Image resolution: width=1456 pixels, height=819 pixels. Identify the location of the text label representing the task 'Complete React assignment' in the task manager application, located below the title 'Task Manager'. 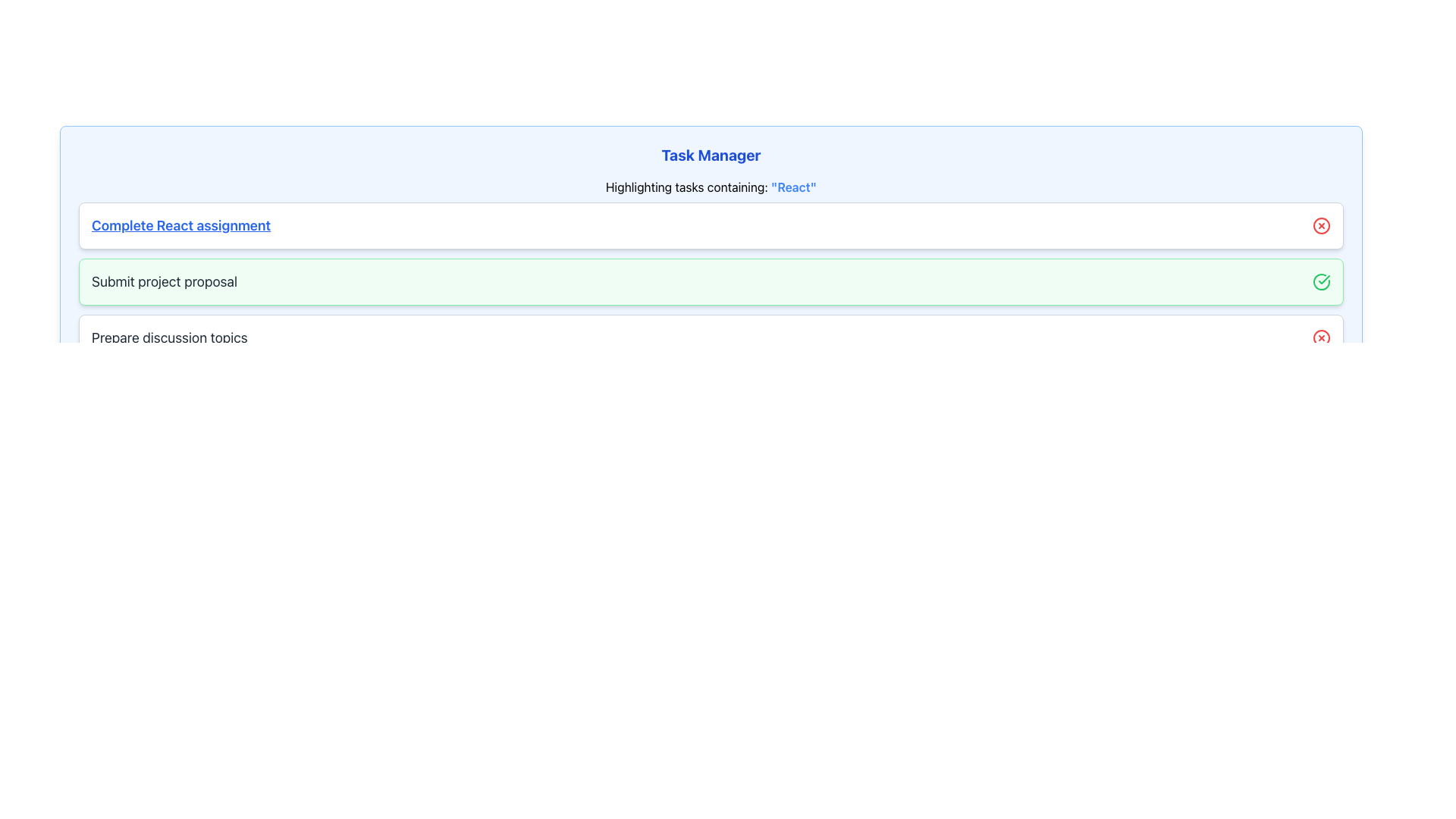
(181, 225).